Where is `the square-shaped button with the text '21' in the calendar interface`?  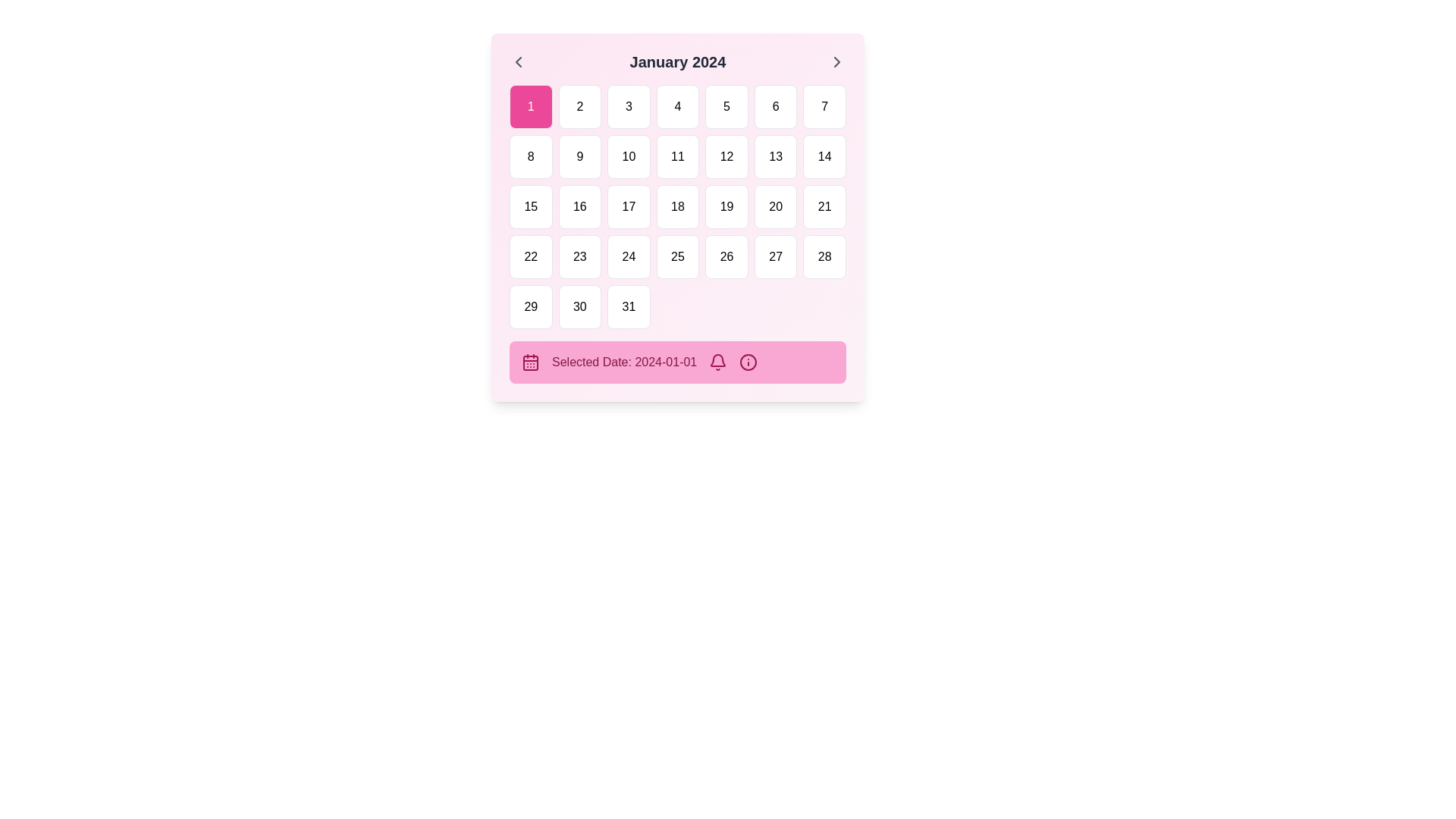 the square-shaped button with the text '21' in the calendar interface is located at coordinates (824, 207).